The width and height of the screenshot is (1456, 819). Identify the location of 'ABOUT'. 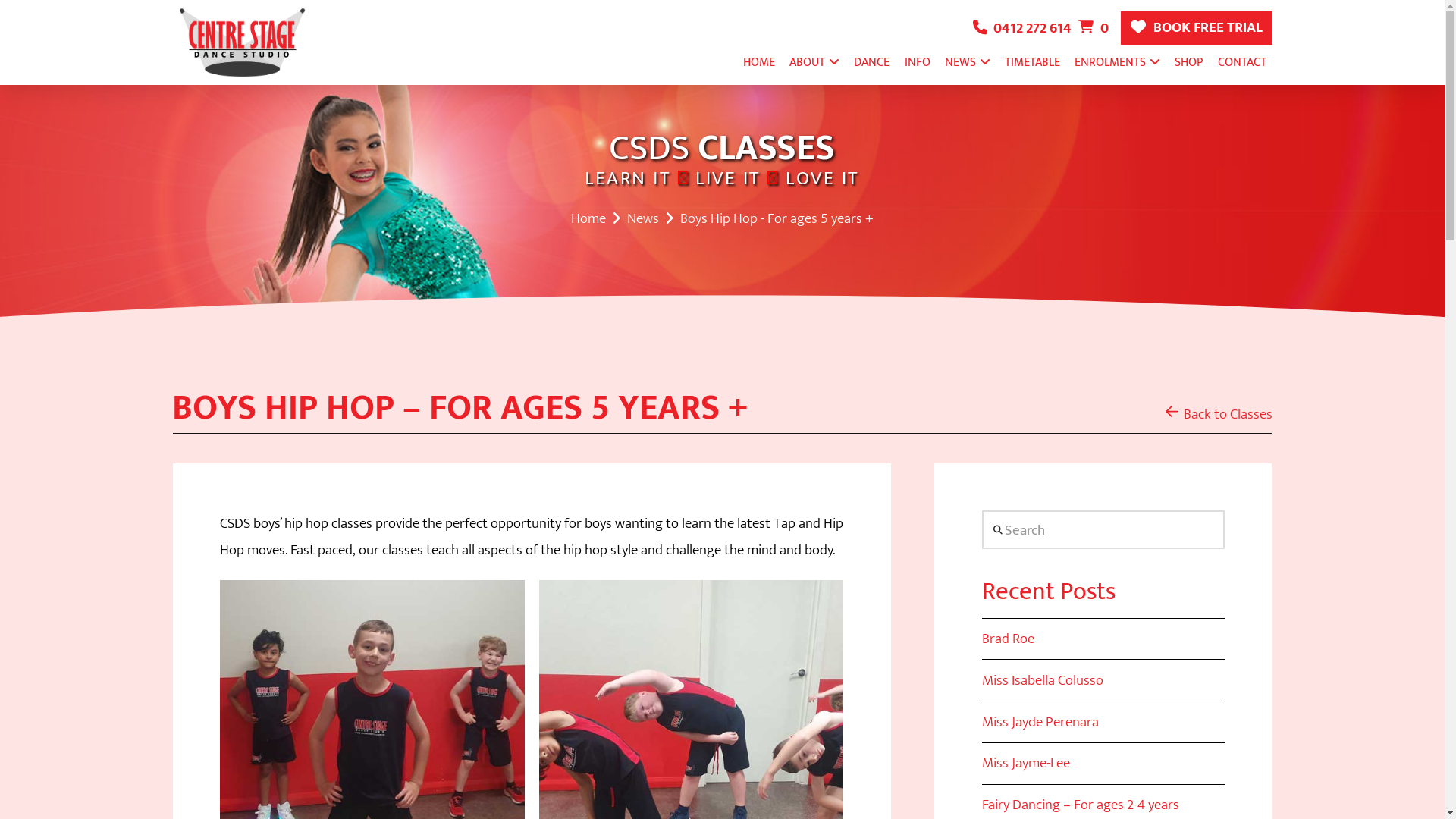
(814, 61).